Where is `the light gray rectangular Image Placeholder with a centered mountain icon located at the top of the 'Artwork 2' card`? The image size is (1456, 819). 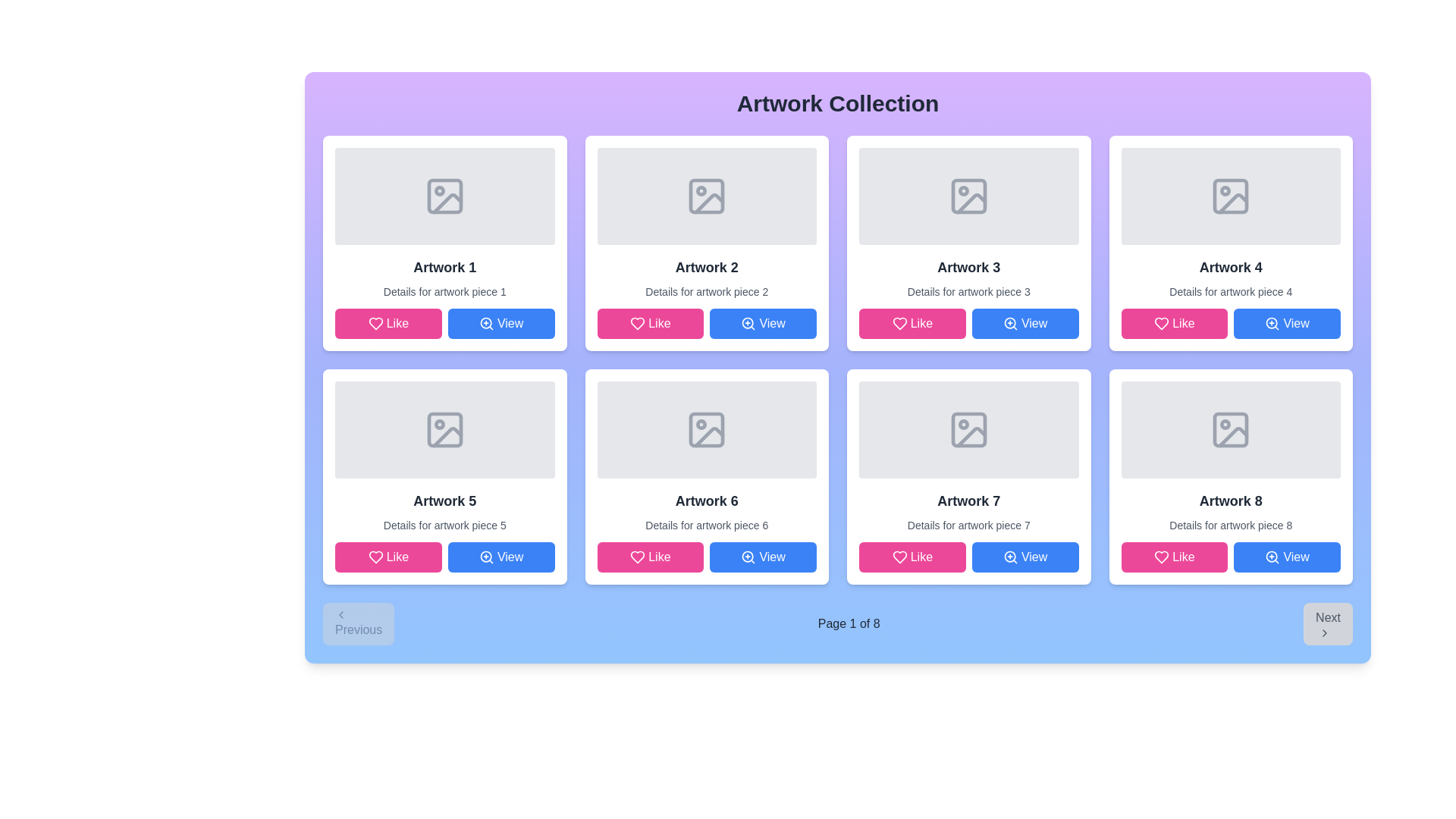 the light gray rectangular Image Placeholder with a centered mountain icon located at the top of the 'Artwork 2' card is located at coordinates (706, 195).